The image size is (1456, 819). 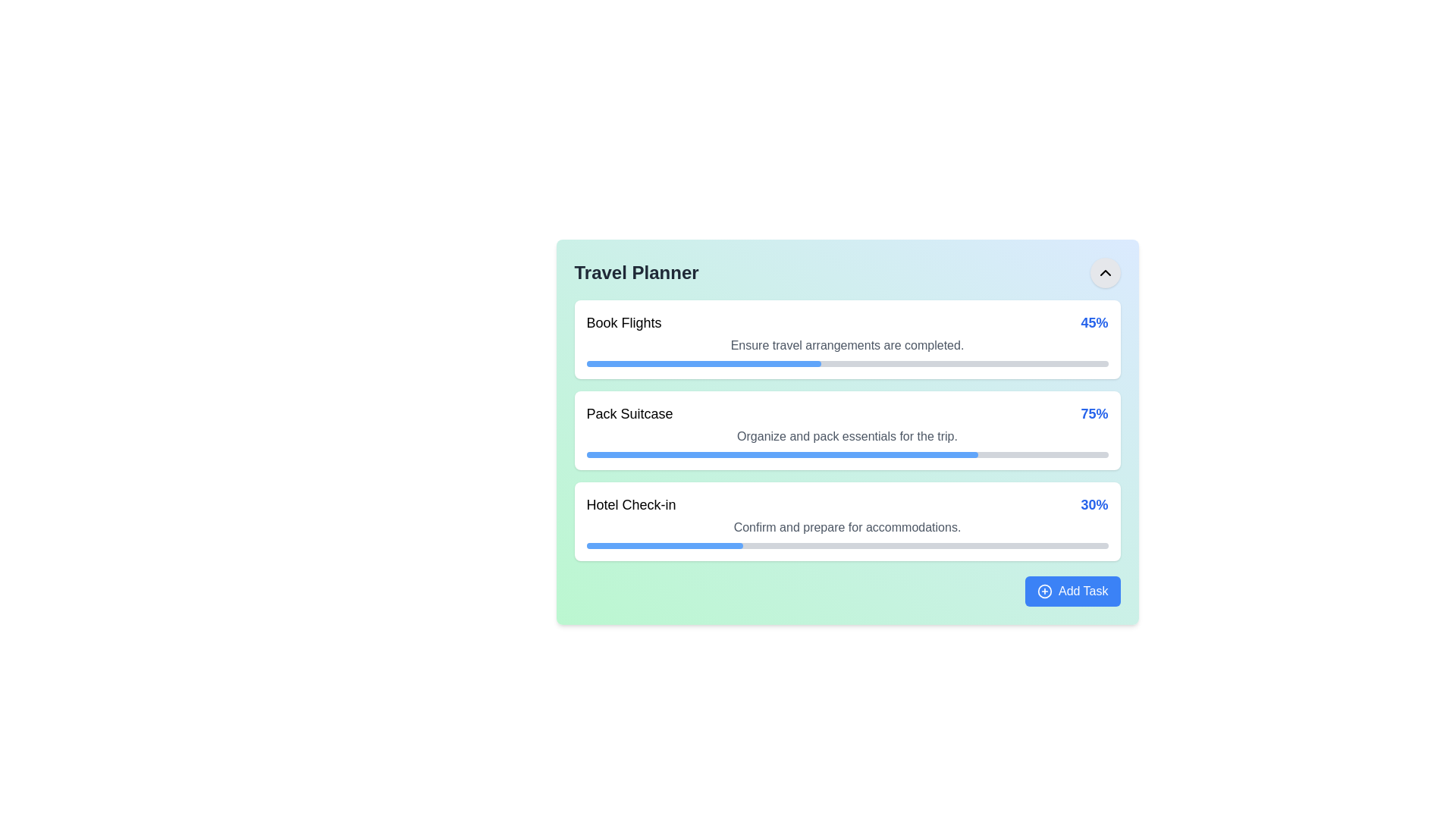 I want to click on the outer circular part of the plus symbol icon within the 'Add Task' button located at the bottom-right corner of the interface, so click(x=1043, y=590).